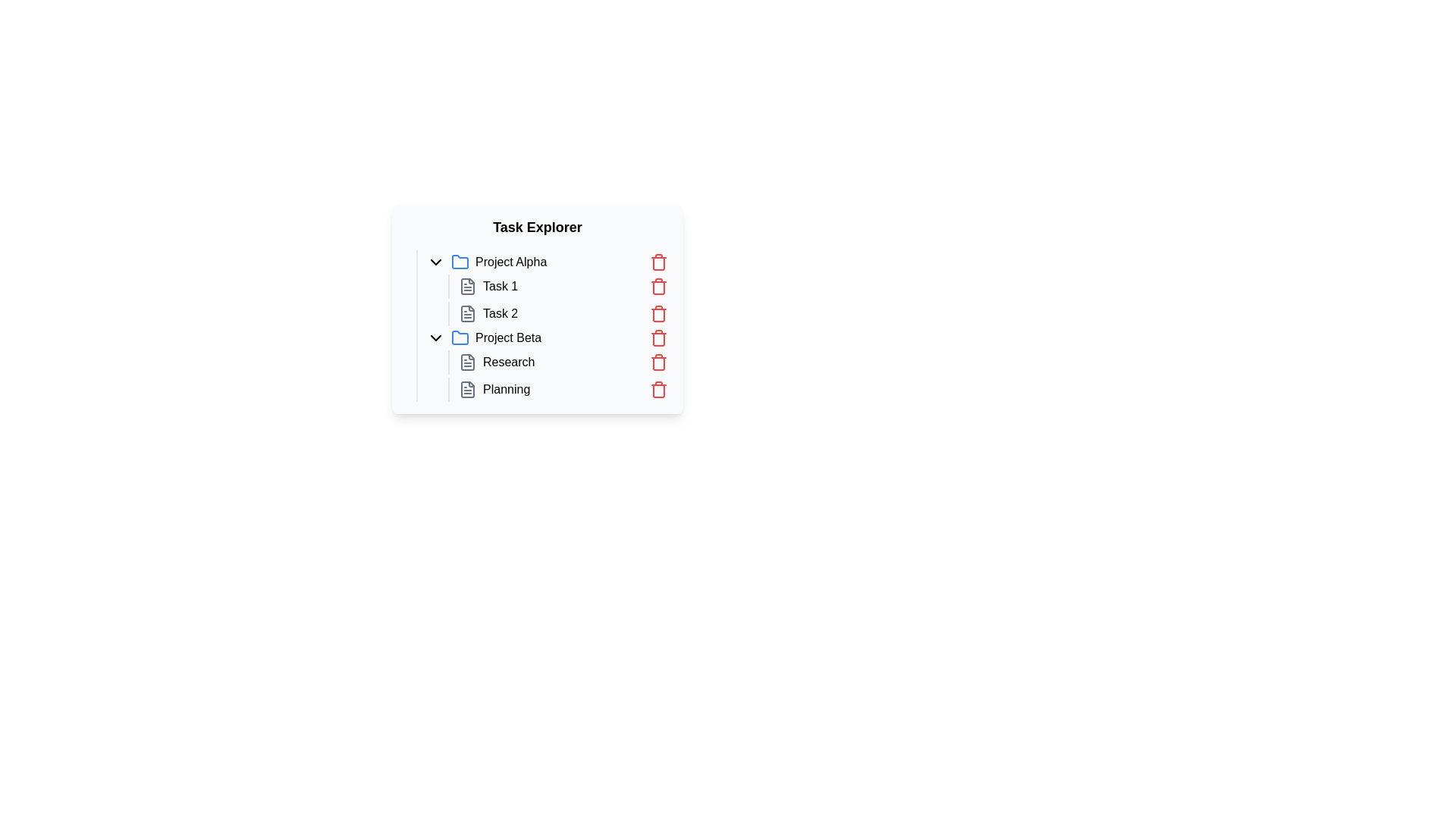 This screenshot has height=819, width=1456. What do you see at coordinates (563, 312) in the screenshot?
I see `the 'Task 2' task representation in the task explorer` at bounding box center [563, 312].